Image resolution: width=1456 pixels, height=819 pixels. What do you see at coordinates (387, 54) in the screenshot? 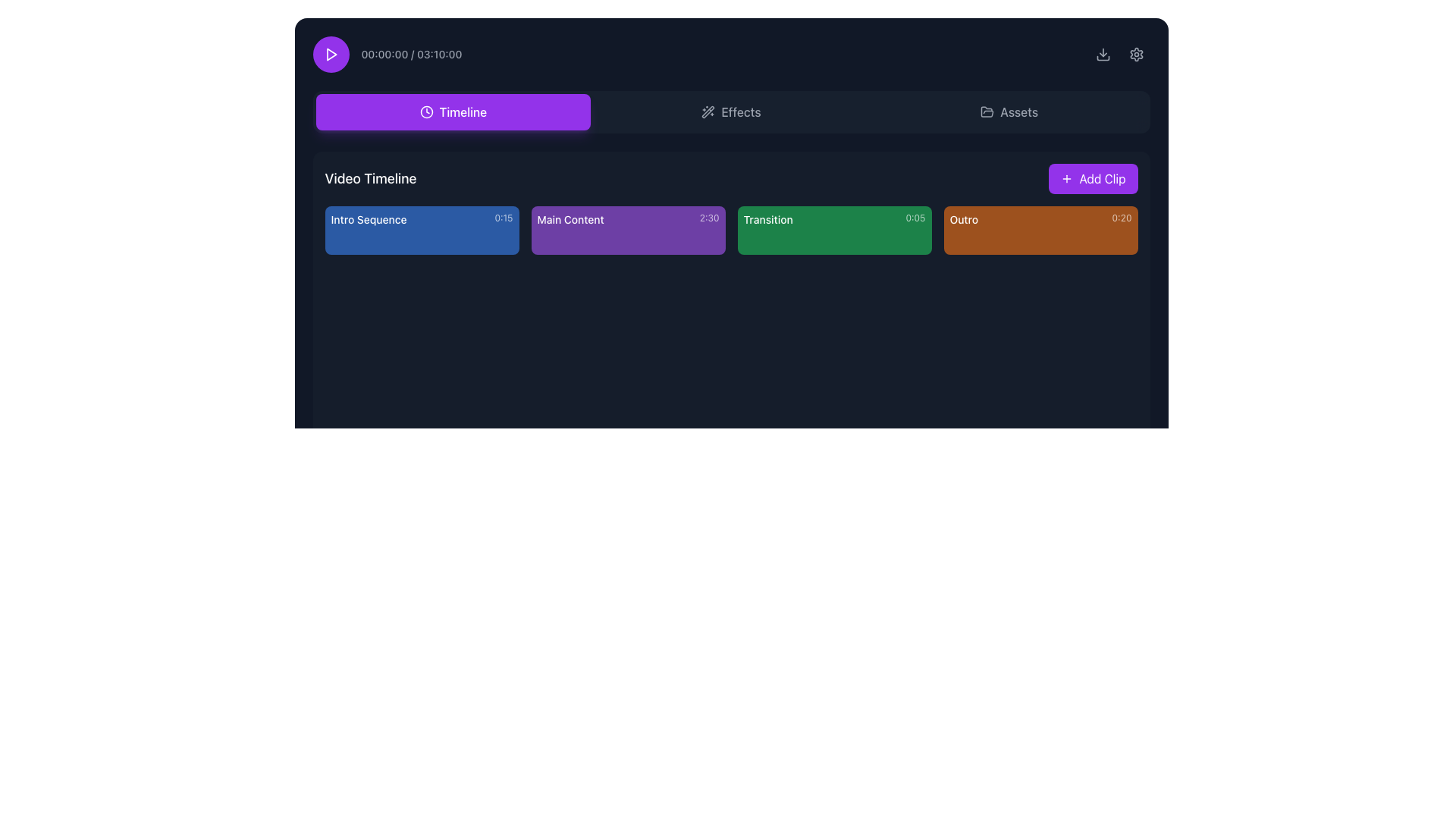
I see `the timestamp text element displaying the format '00:00:00 / 03:10:00', which is aligned horizontally next to a purple circular icon and located at the top-left corner of the interface` at bounding box center [387, 54].